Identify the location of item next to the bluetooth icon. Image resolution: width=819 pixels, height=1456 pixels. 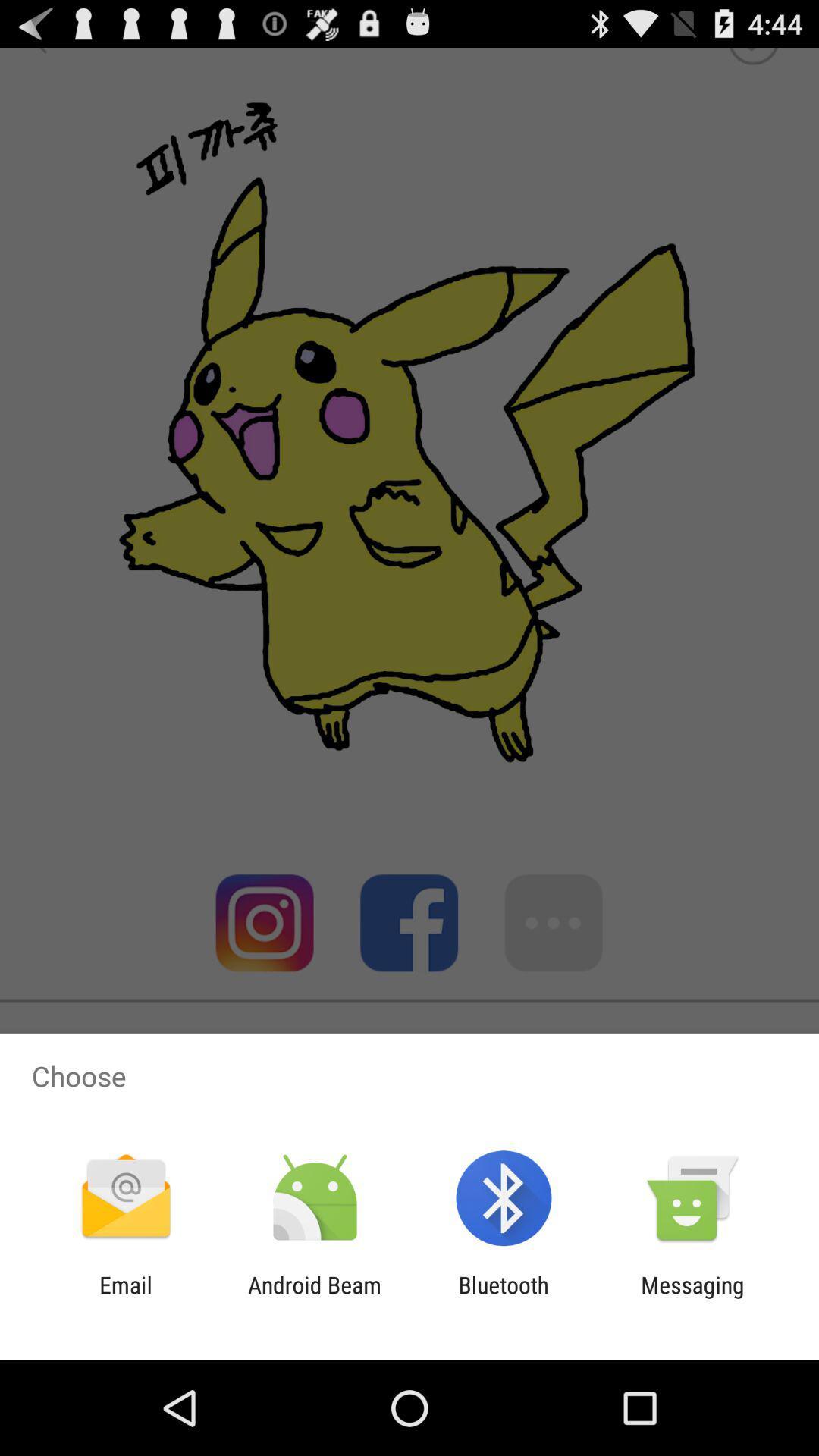
(692, 1298).